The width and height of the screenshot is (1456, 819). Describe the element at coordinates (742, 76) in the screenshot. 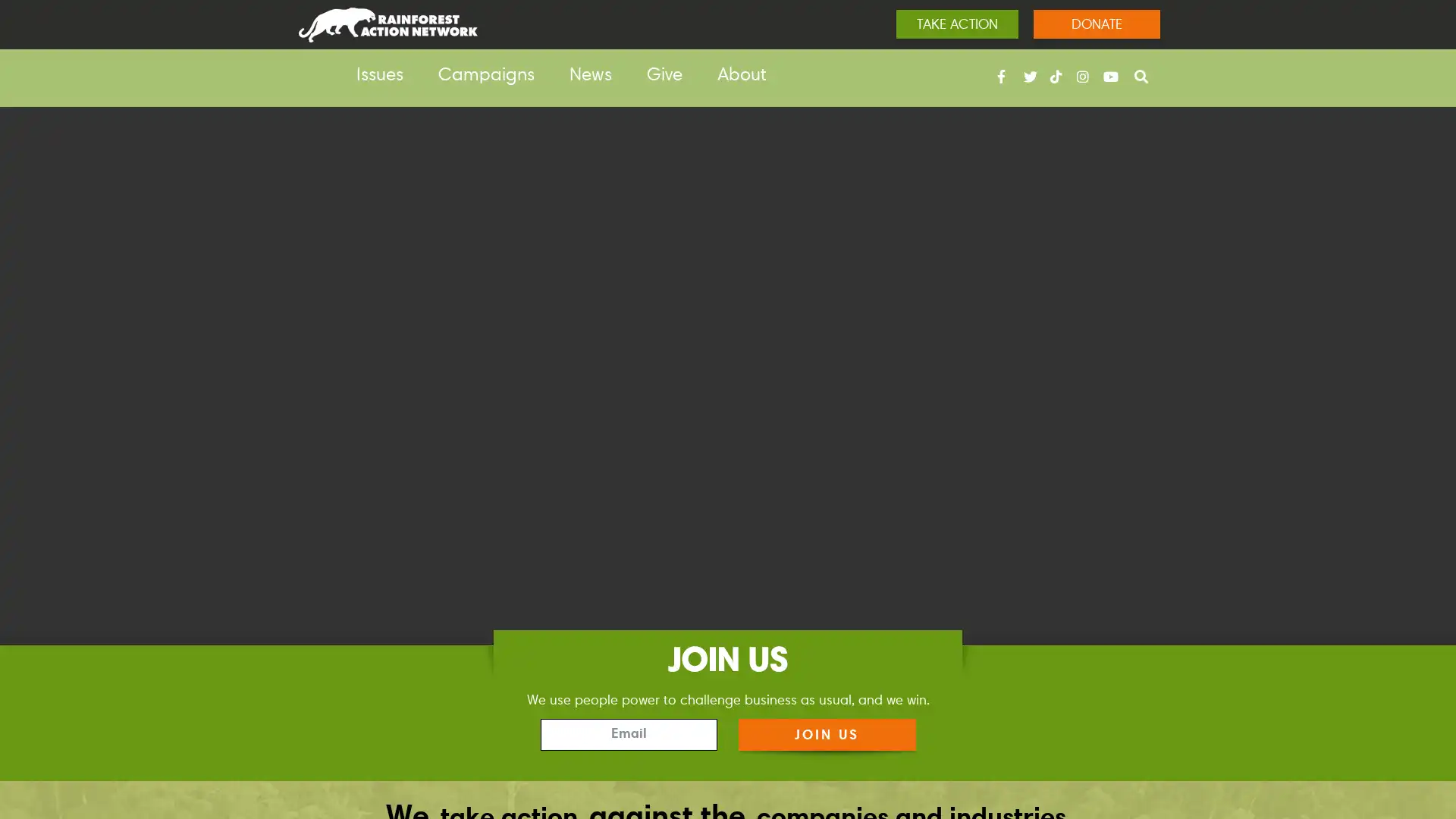

I see `About` at that location.